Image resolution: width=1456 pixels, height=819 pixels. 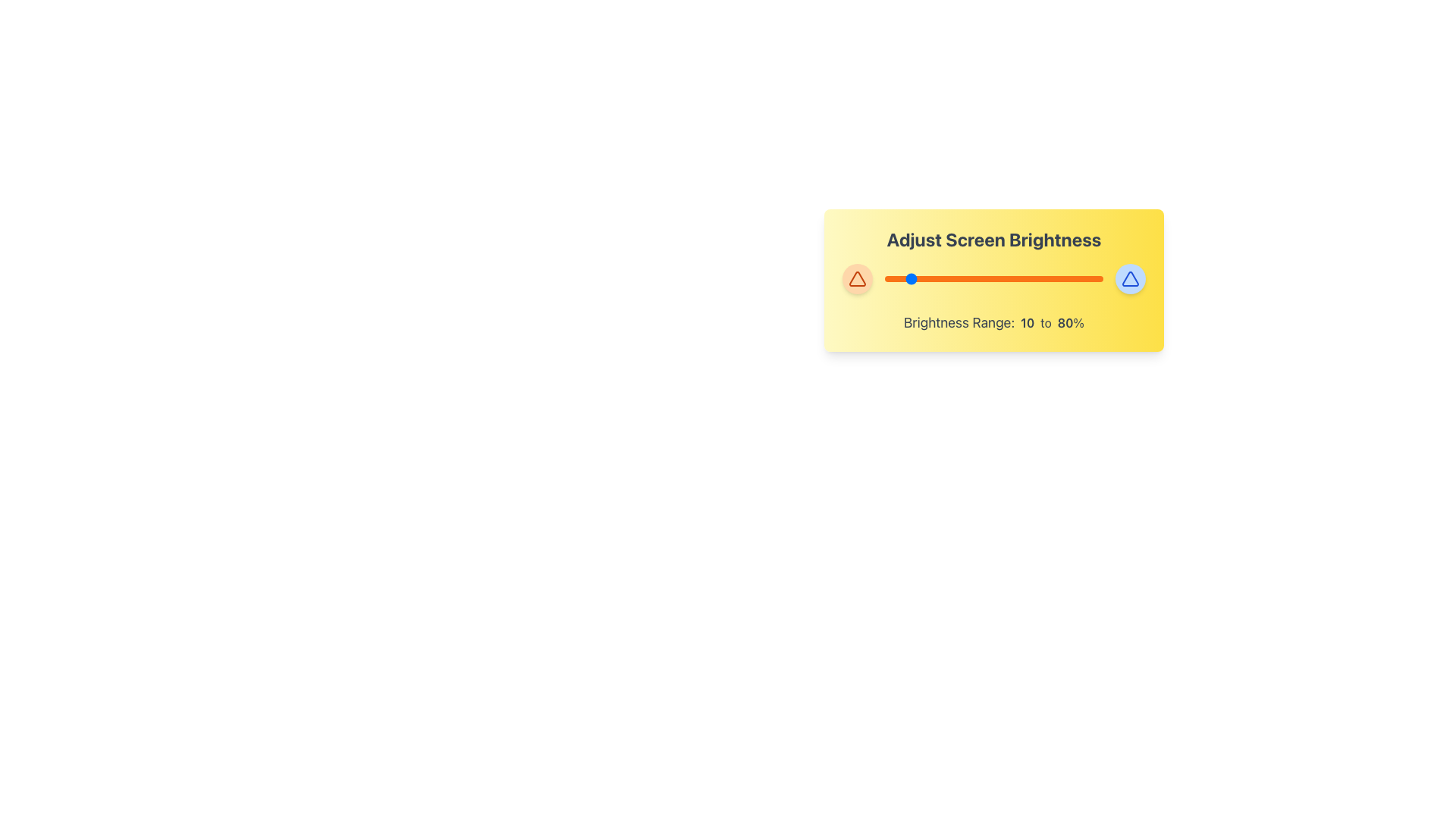 What do you see at coordinates (955, 278) in the screenshot?
I see `brightness` at bounding box center [955, 278].